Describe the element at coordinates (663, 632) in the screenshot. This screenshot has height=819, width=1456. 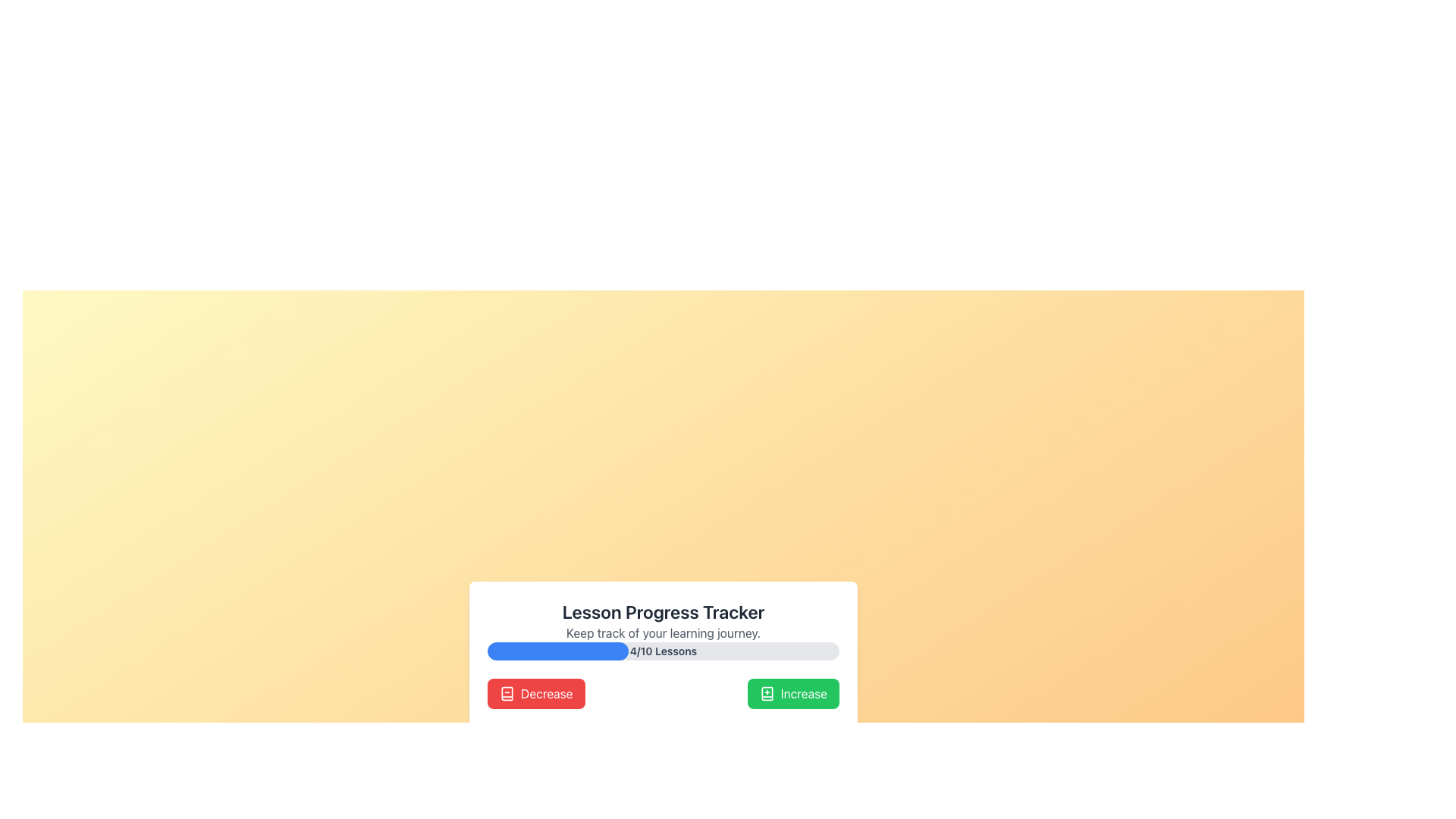
I see `the static text label that reads 'Keep track of your learning journey.' which is styled in gray and positioned below the 'Lesson Progress Tracker' title` at that location.